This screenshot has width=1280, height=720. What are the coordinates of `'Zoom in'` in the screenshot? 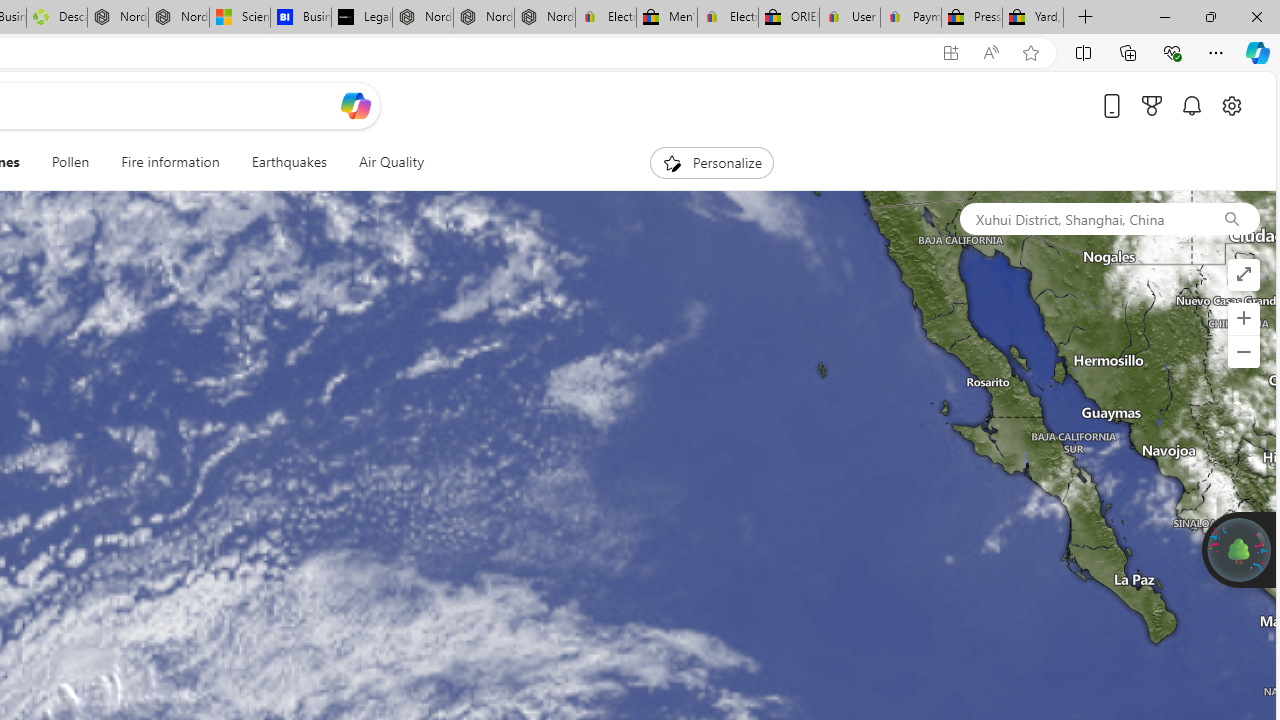 It's located at (1242, 317).